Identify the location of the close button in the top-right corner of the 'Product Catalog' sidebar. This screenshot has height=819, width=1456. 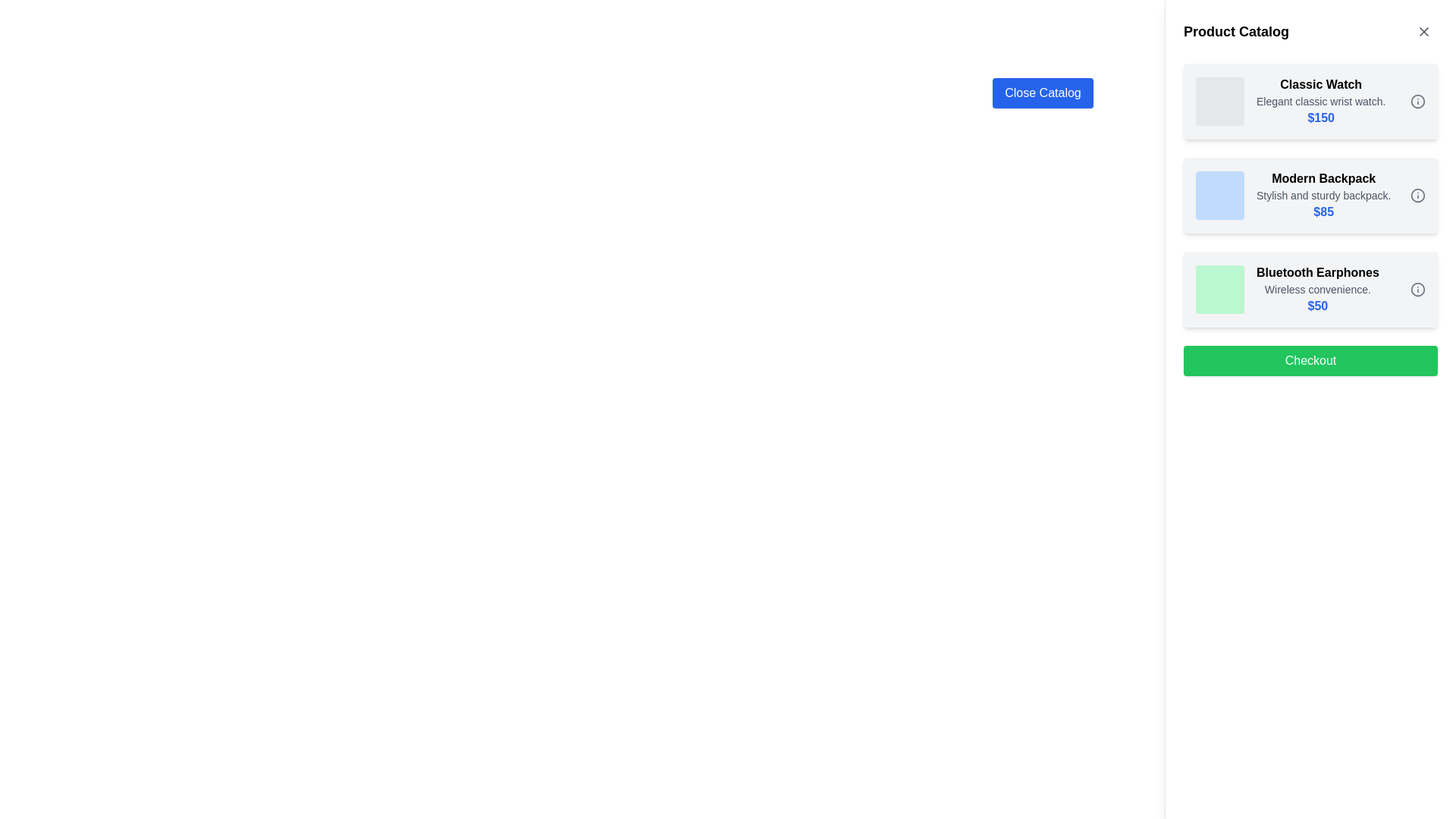
(1423, 32).